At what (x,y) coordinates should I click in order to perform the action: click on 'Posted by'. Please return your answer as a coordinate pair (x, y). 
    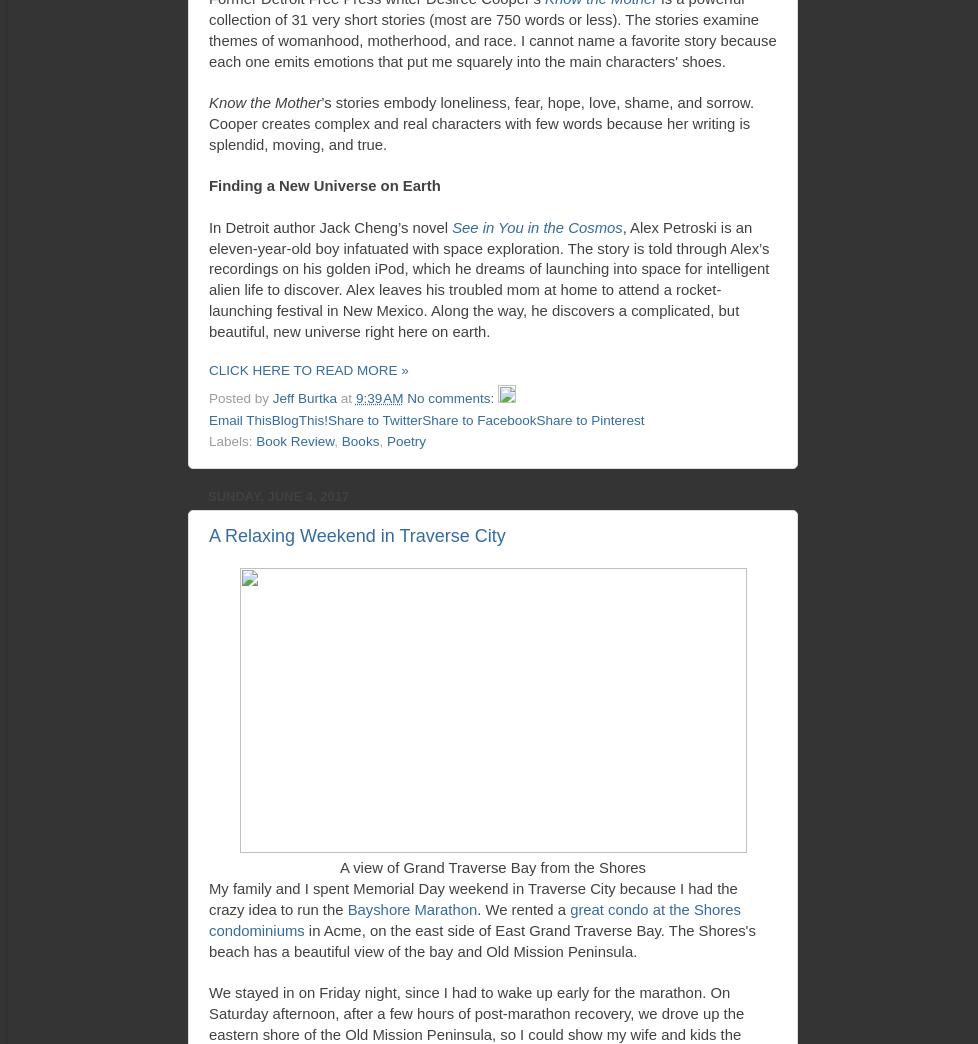
    Looking at the image, I should click on (240, 397).